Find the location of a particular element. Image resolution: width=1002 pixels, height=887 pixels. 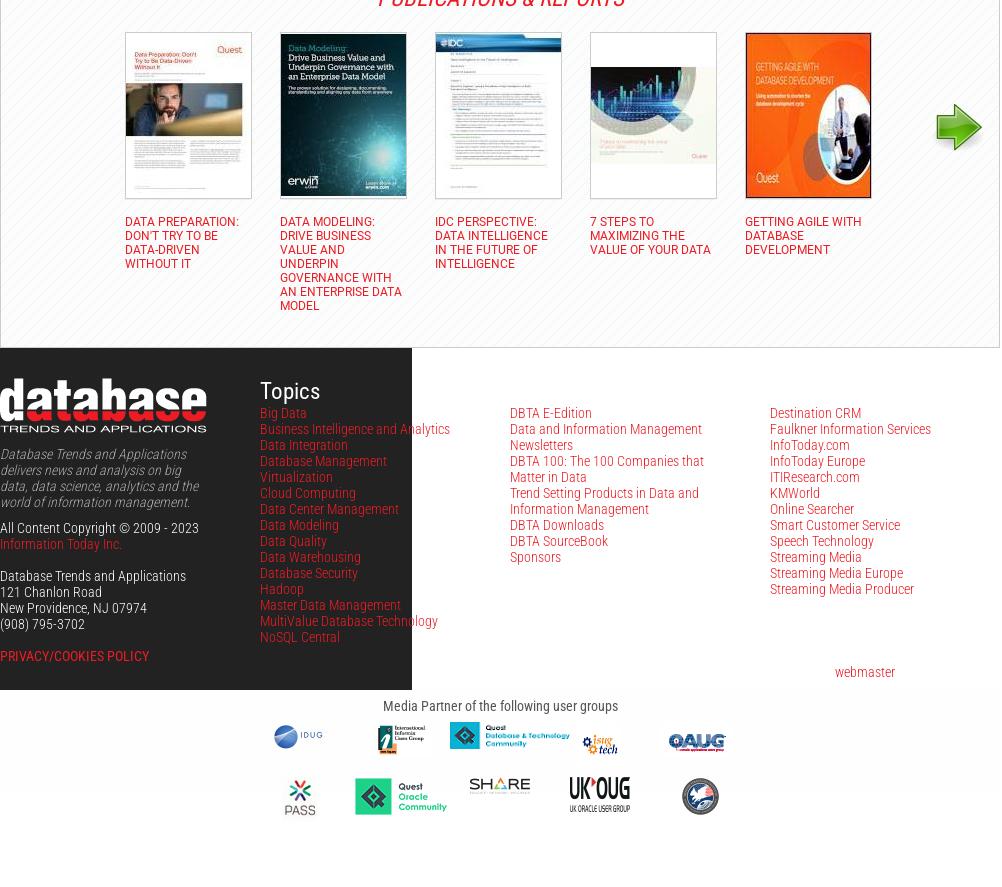

'Database Management' is located at coordinates (322, 459).